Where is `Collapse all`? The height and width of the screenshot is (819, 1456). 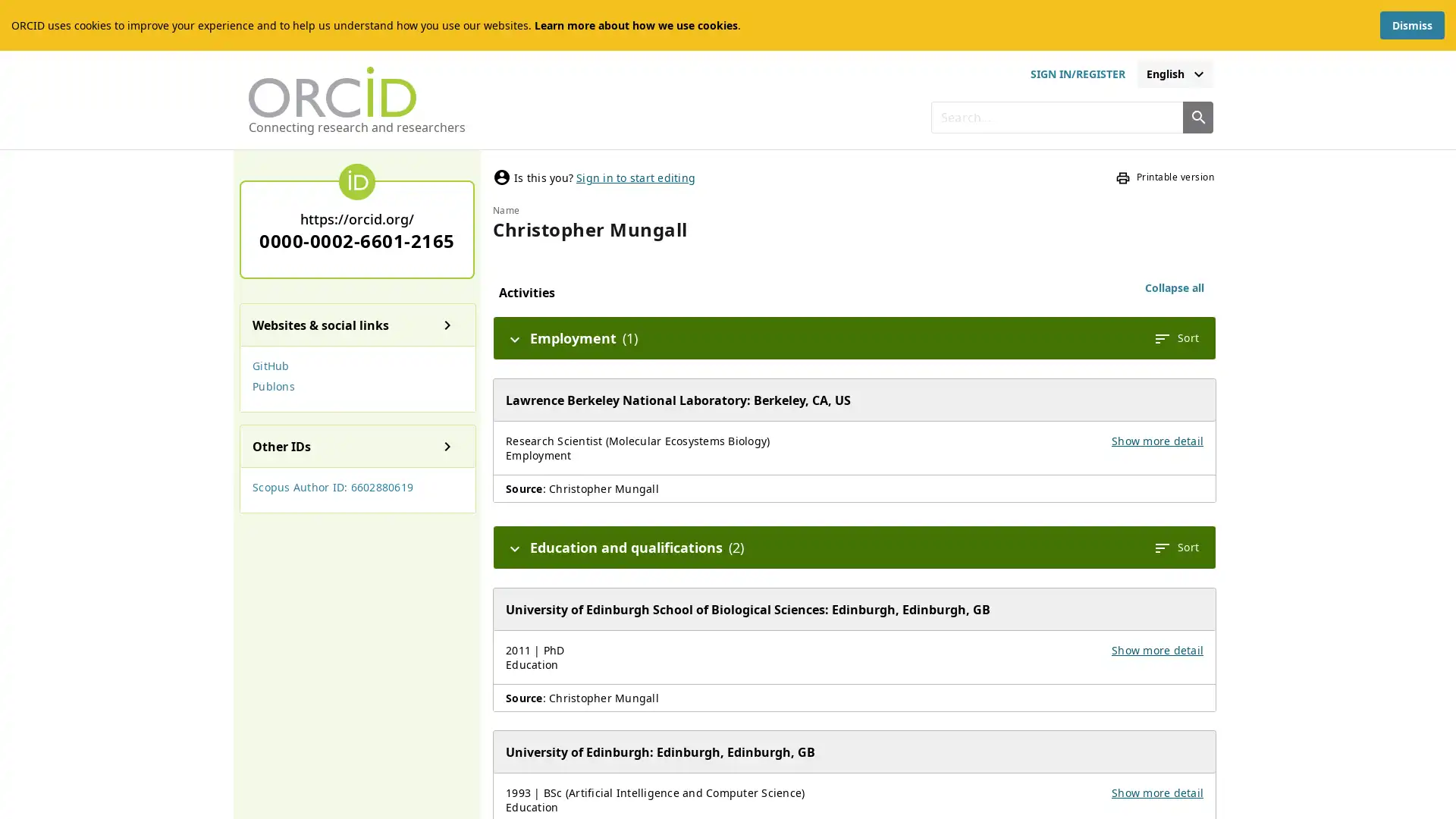
Collapse all is located at coordinates (1174, 288).